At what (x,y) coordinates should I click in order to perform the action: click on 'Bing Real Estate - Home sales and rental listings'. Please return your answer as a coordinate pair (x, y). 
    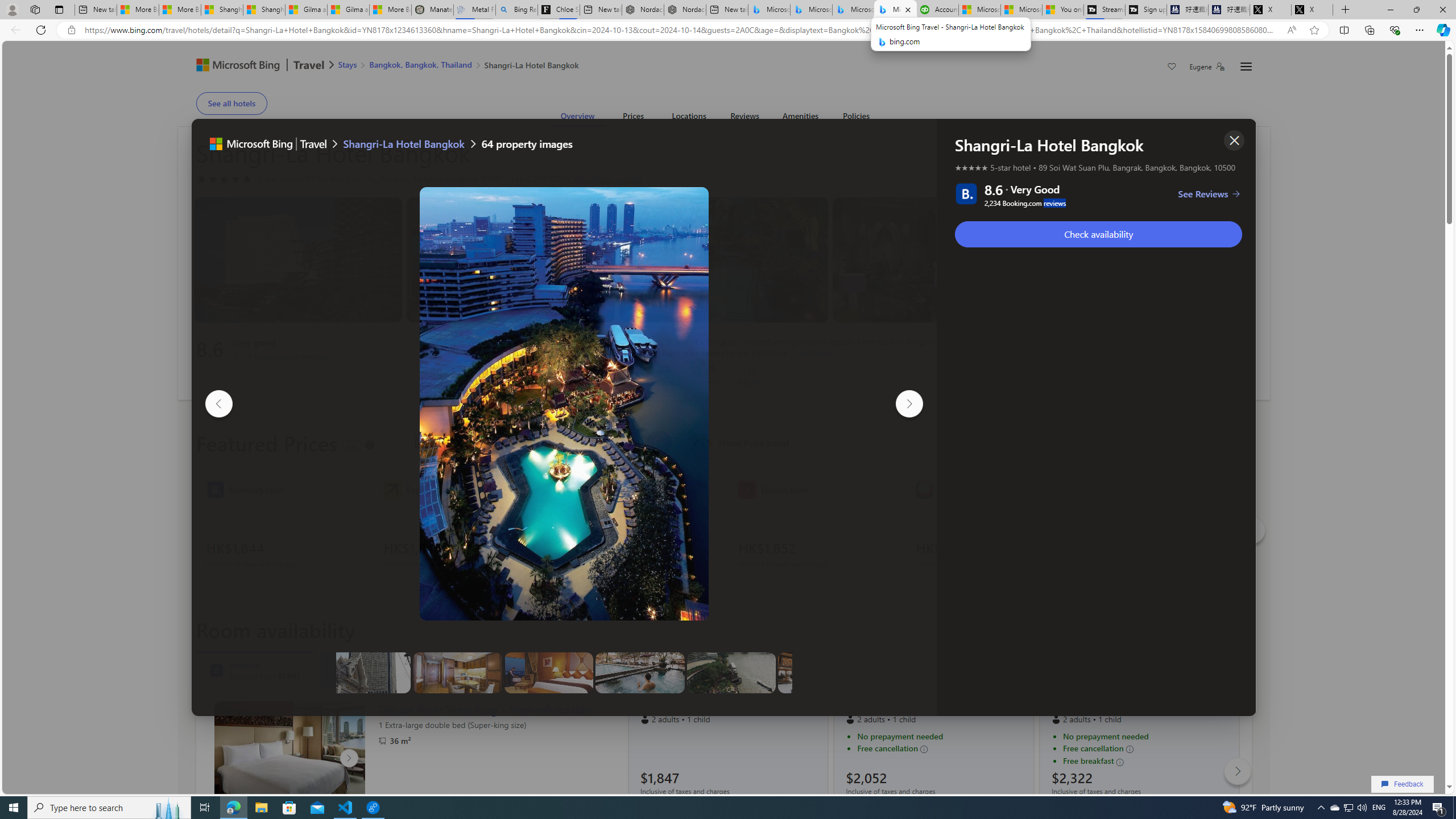
    Looking at the image, I should click on (516, 9).